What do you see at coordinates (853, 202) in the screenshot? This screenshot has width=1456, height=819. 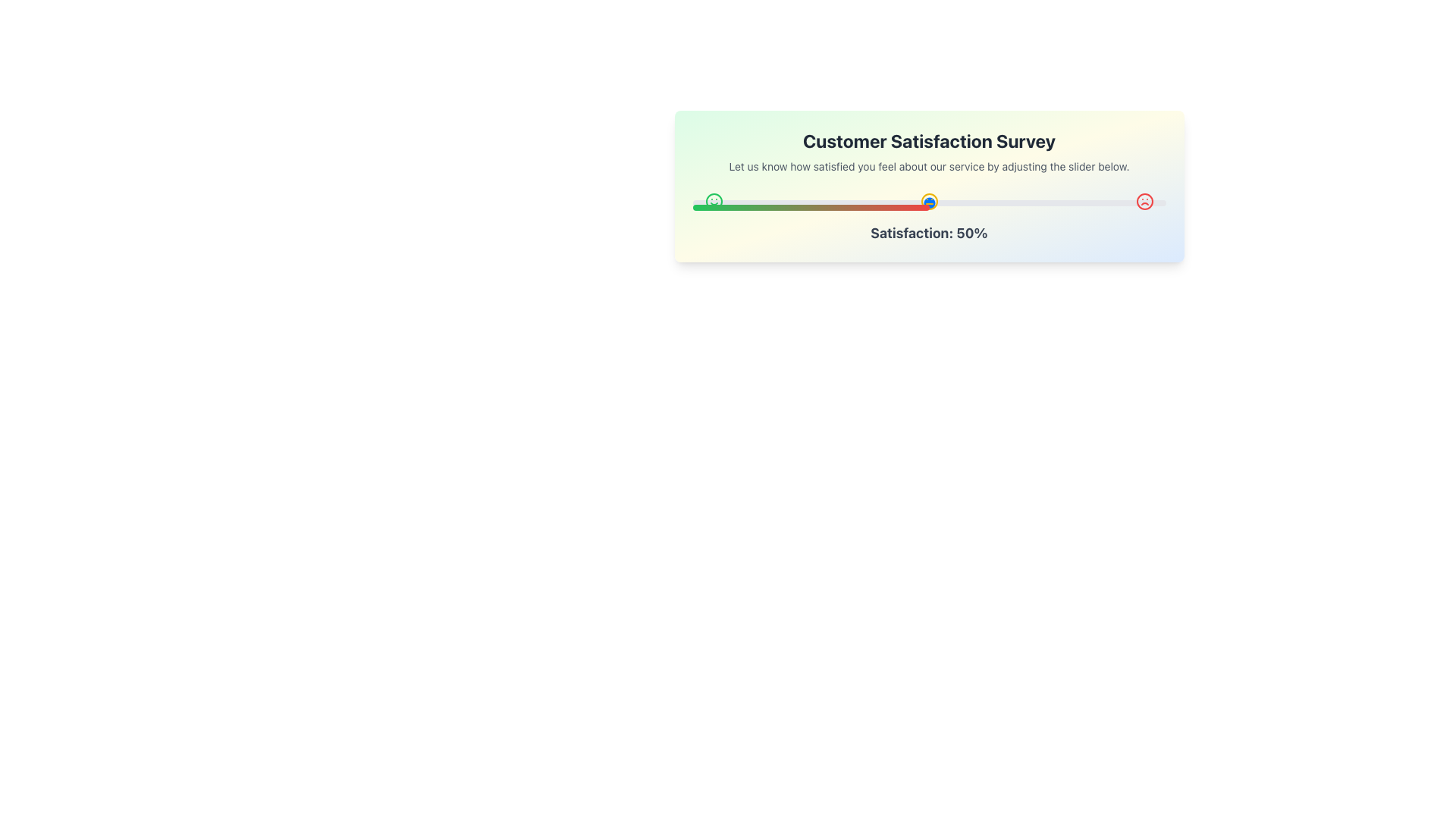 I see `satisfaction level` at bounding box center [853, 202].